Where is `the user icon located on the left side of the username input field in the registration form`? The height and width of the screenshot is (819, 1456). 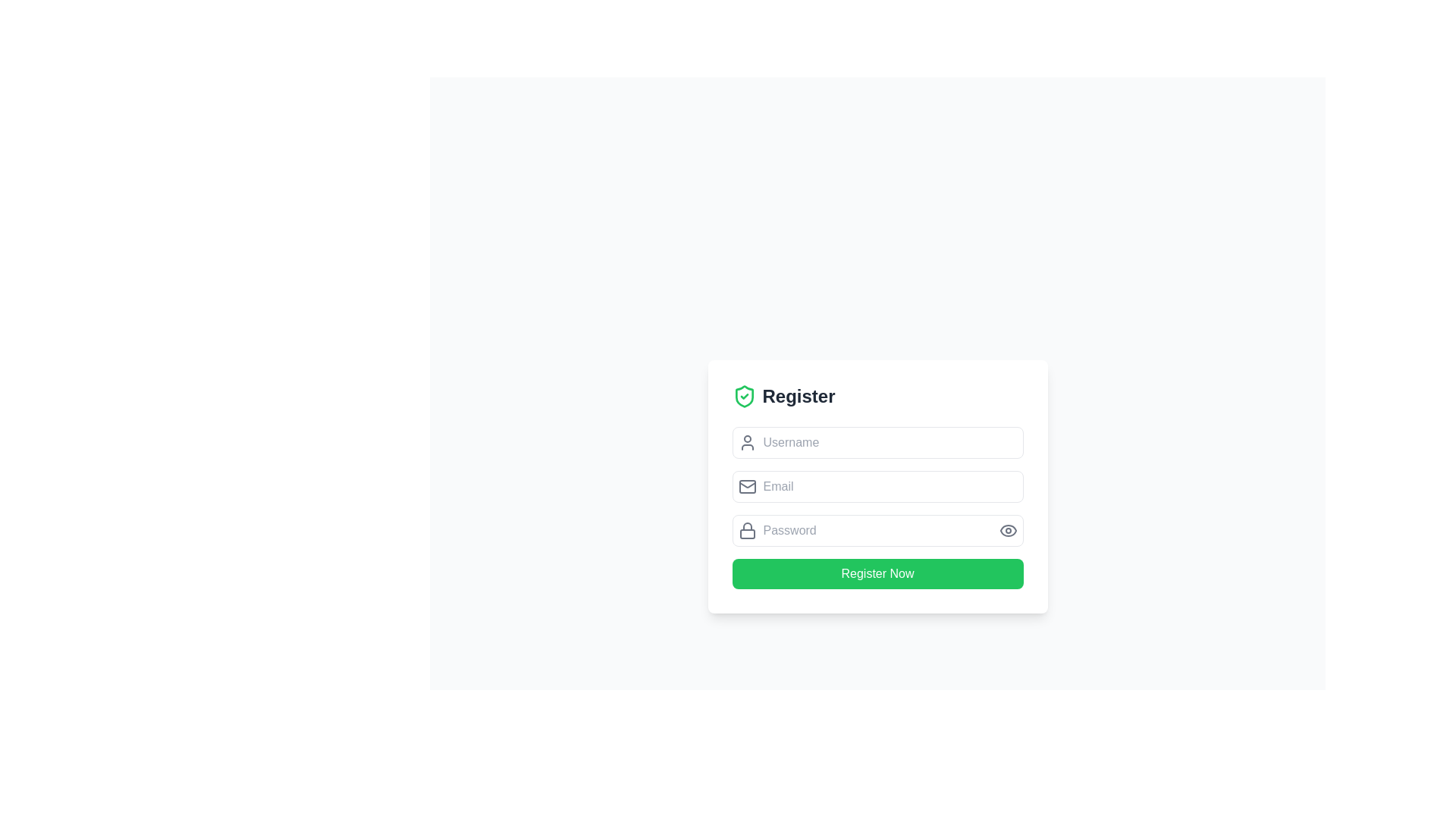 the user icon located on the left side of the username input field in the registration form is located at coordinates (747, 442).